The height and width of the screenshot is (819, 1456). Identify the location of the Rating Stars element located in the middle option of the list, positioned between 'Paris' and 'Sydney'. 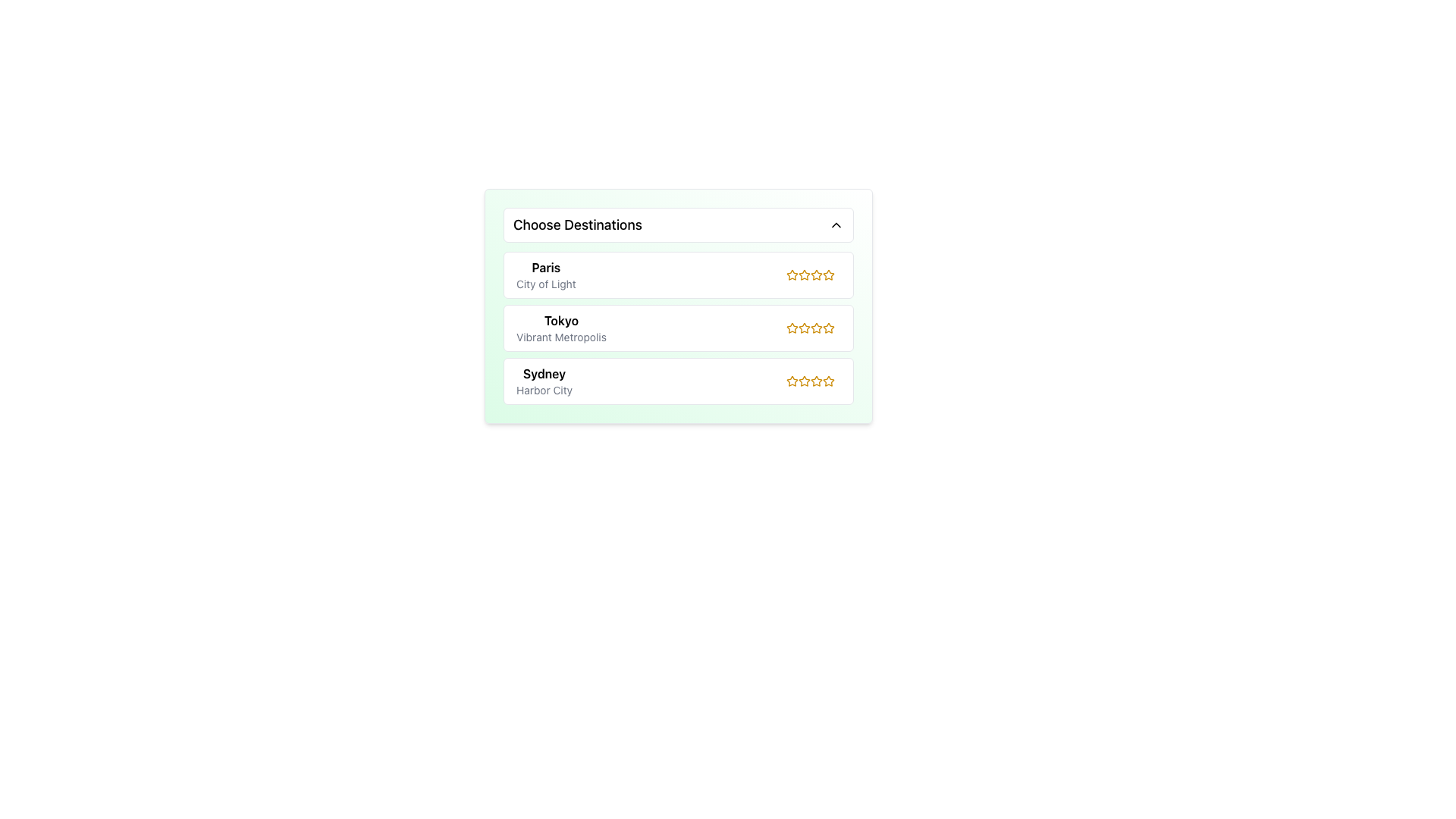
(810, 327).